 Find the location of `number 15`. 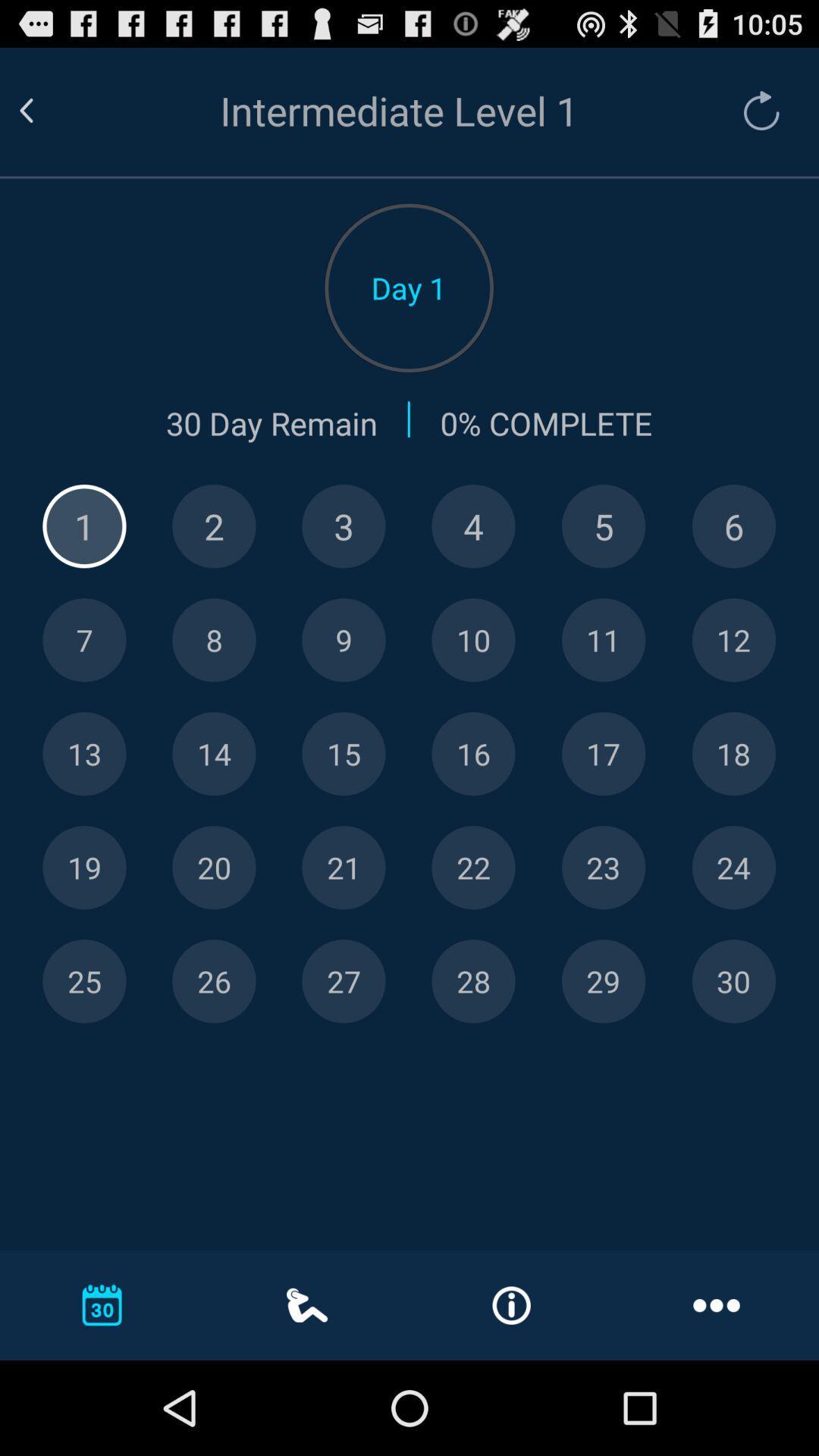

number 15 is located at coordinates (344, 754).